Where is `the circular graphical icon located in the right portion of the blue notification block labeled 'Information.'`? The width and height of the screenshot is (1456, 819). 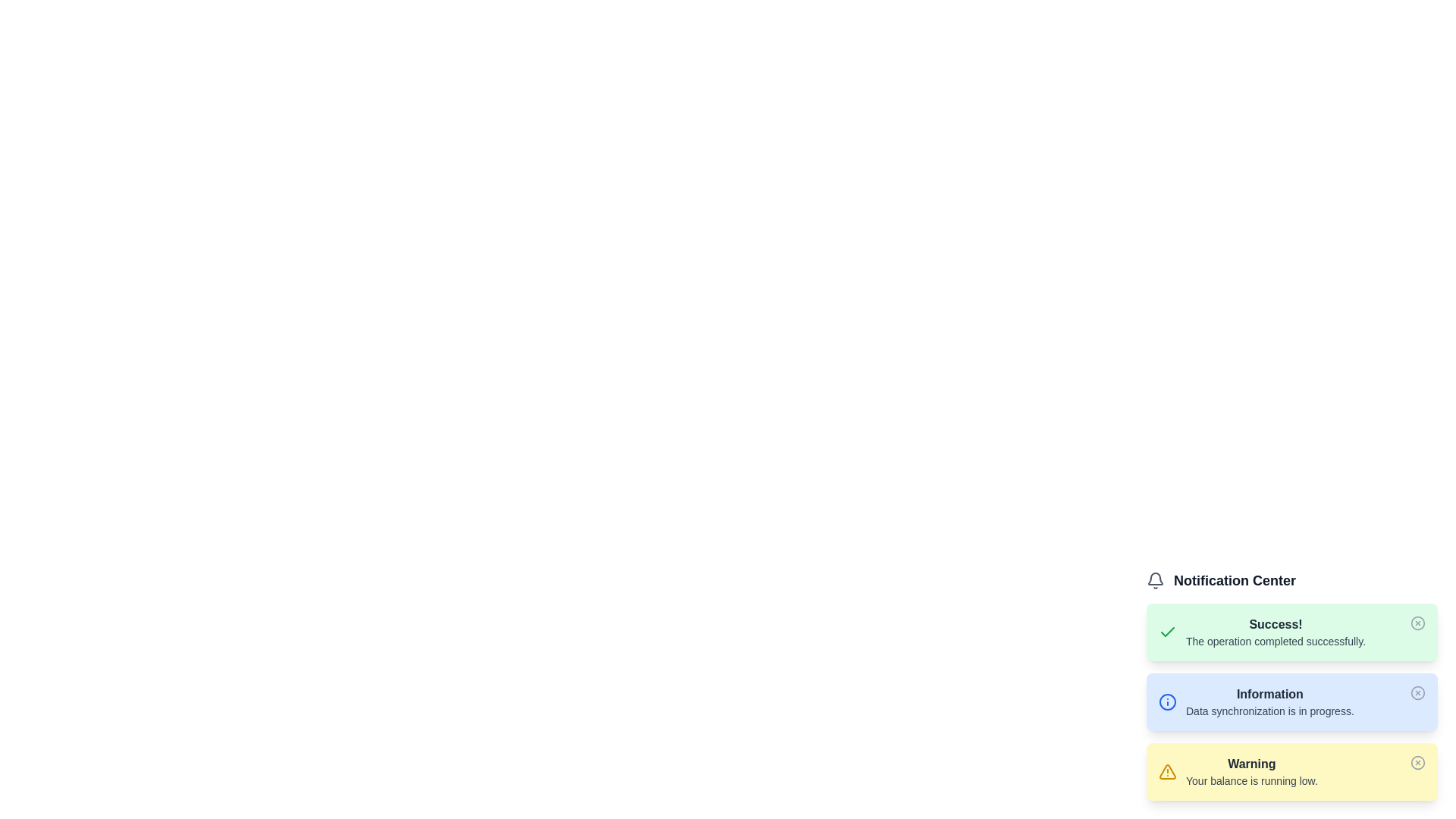
the circular graphical icon located in the right portion of the blue notification block labeled 'Information.' is located at coordinates (1417, 693).